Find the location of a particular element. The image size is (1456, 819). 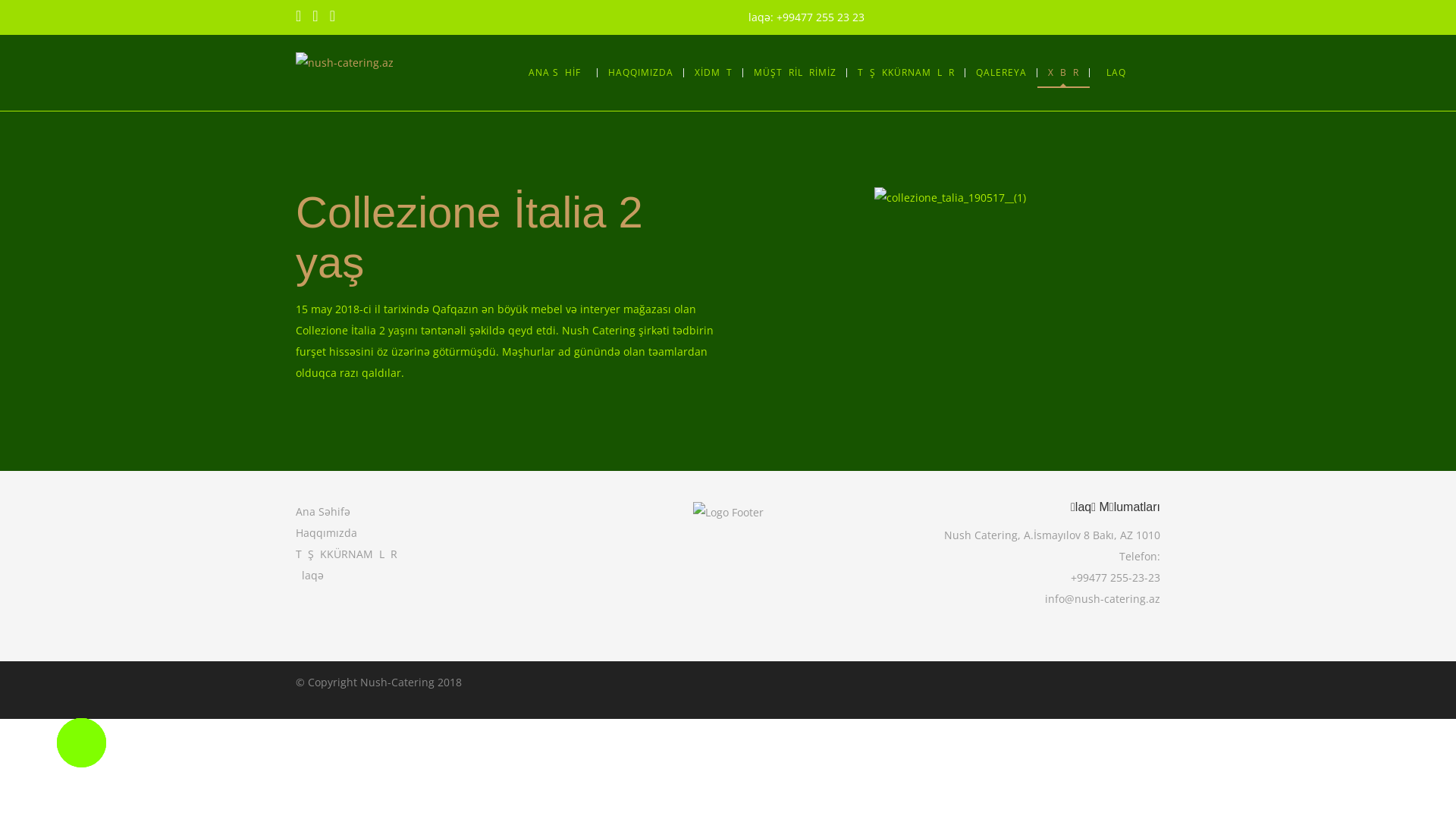

'HAQQIMIZDA' is located at coordinates (640, 73).